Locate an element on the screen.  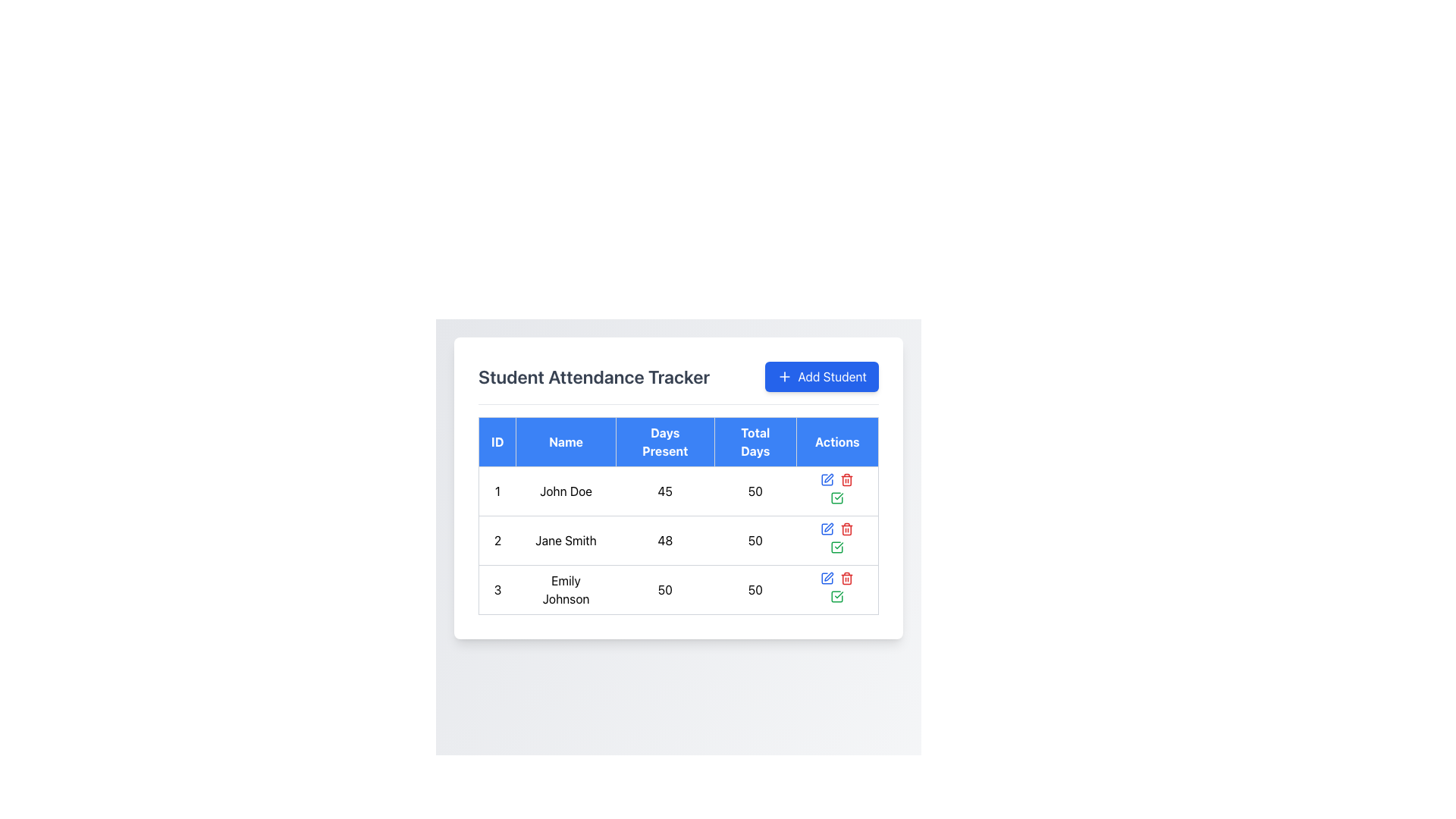
the table cell displaying 'Jane Smith' is located at coordinates (565, 540).